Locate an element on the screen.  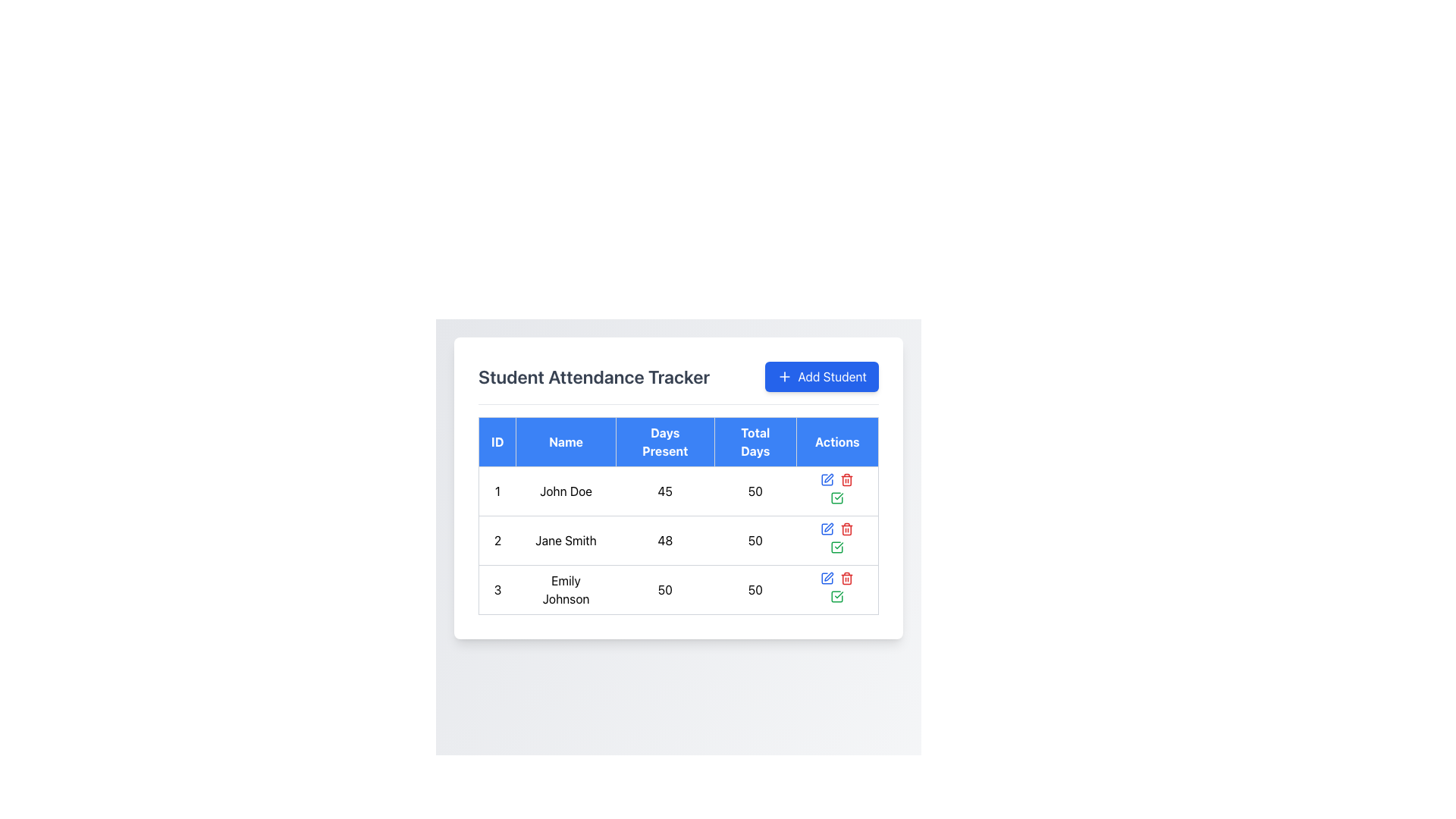
the table cell displaying 'Jane Smith' is located at coordinates (565, 540).